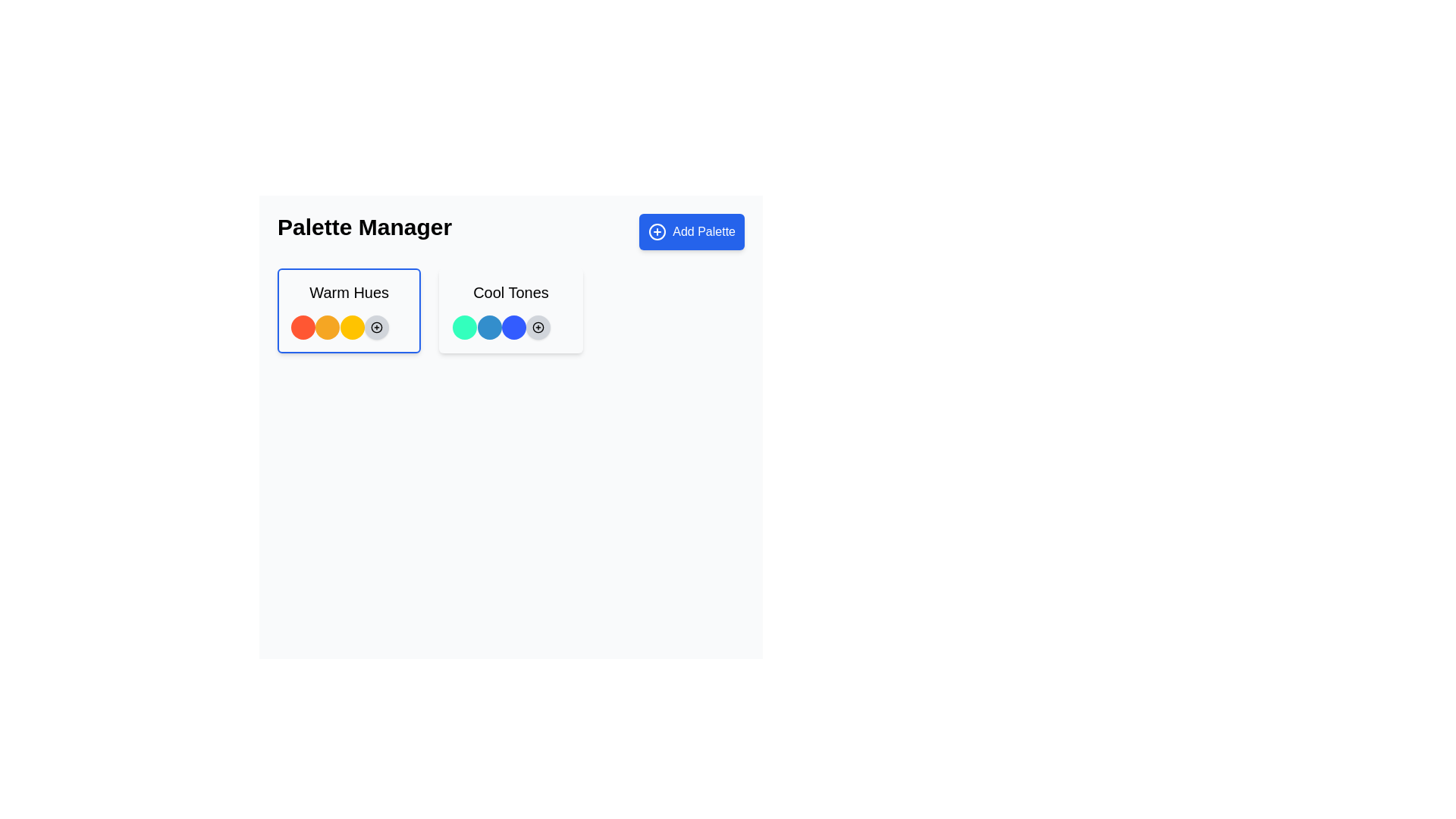 Image resolution: width=1456 pixels, height=819 pixels. What do you see at coordinates (303, 327) in the screenshot?
I see `the first color swatch in the 'Warm Hues' palette, which is a circular shape with a bright red background` at bounding box center [303, 327].